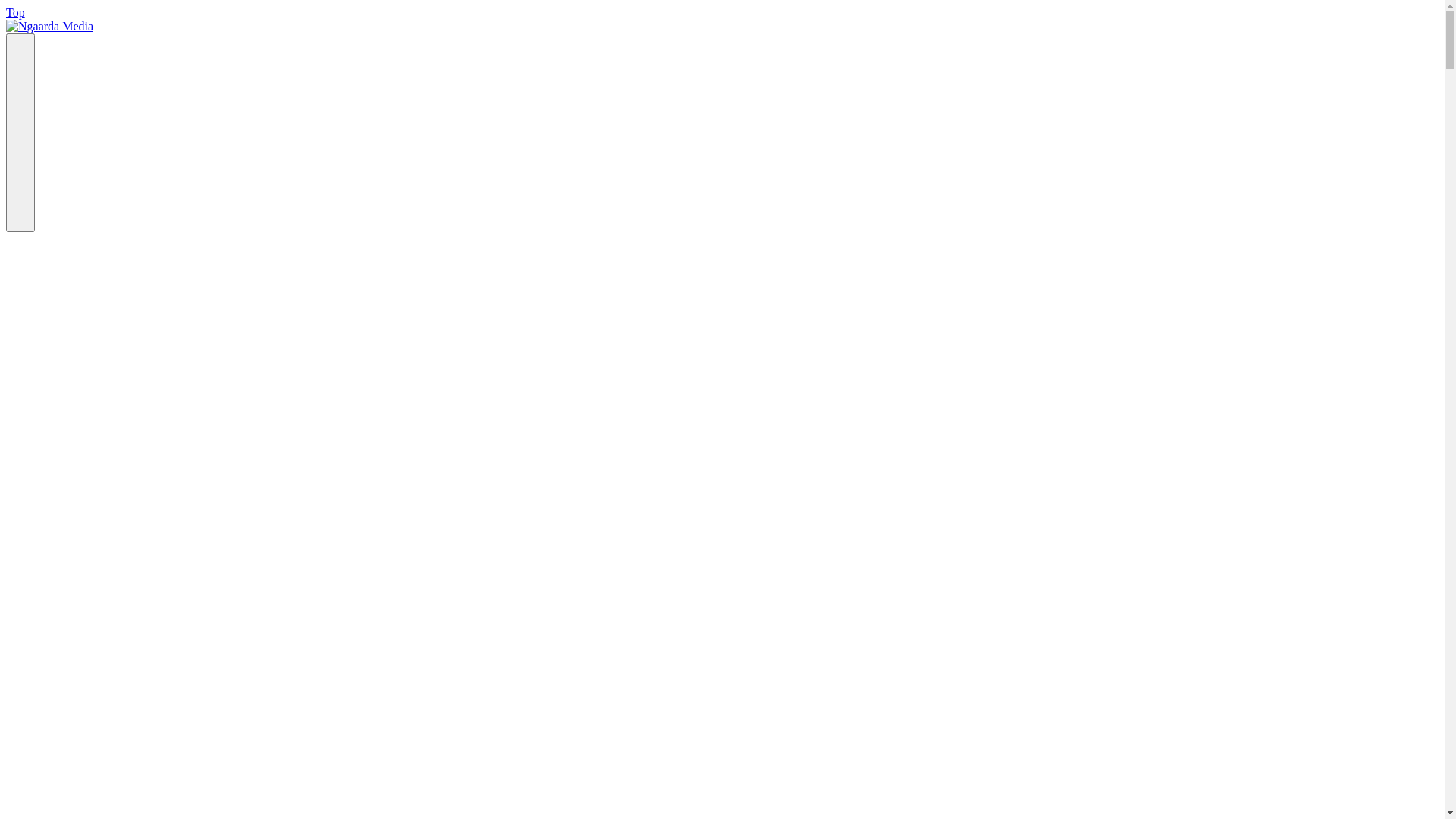  Describe the element at coordinates (15, 12) in the screenshot. I see `'Top'` at that location.